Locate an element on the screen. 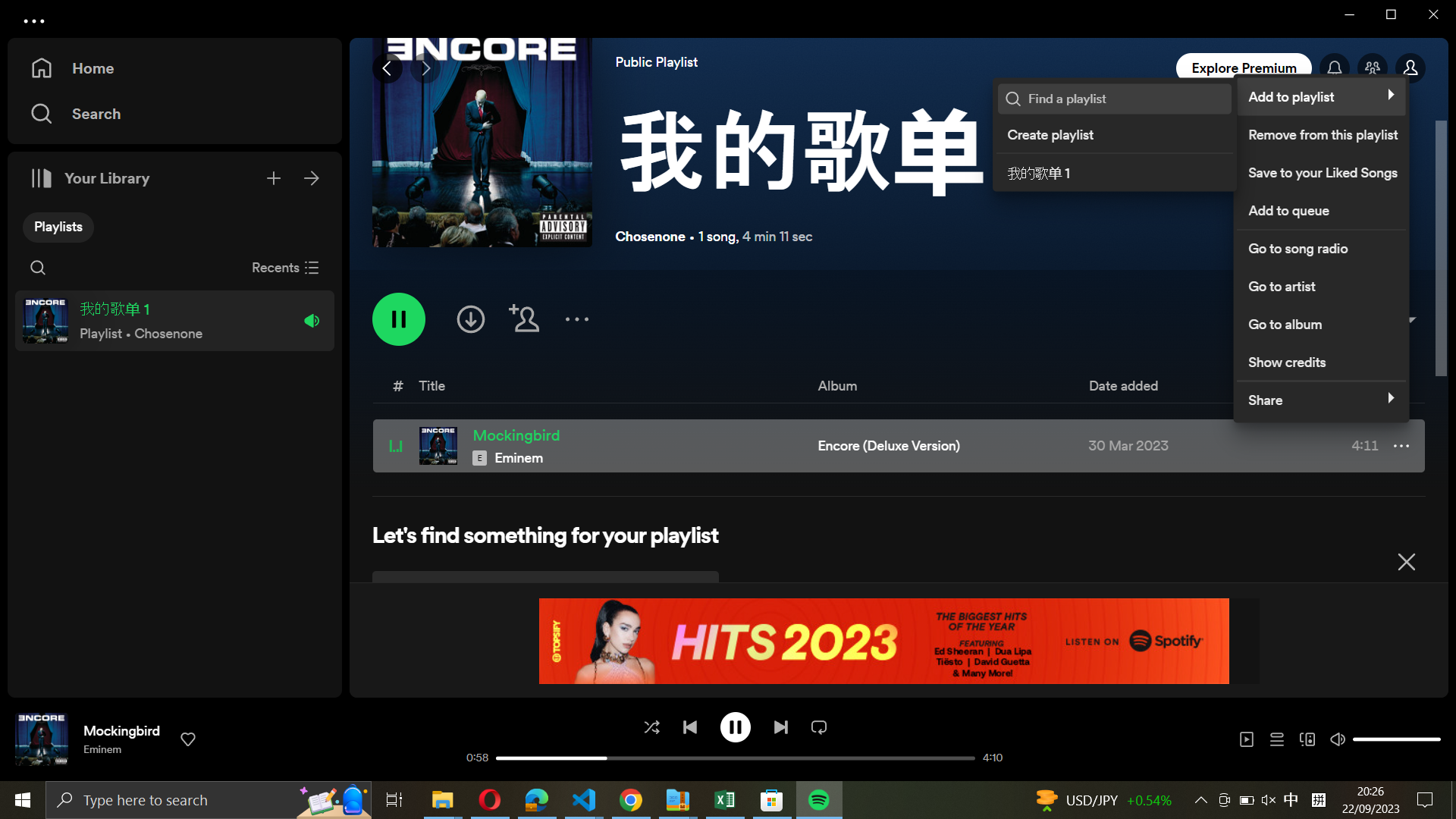 The width and height of the screenshot is (1456, 819). Play the next song is located at coordinates (780, 725).